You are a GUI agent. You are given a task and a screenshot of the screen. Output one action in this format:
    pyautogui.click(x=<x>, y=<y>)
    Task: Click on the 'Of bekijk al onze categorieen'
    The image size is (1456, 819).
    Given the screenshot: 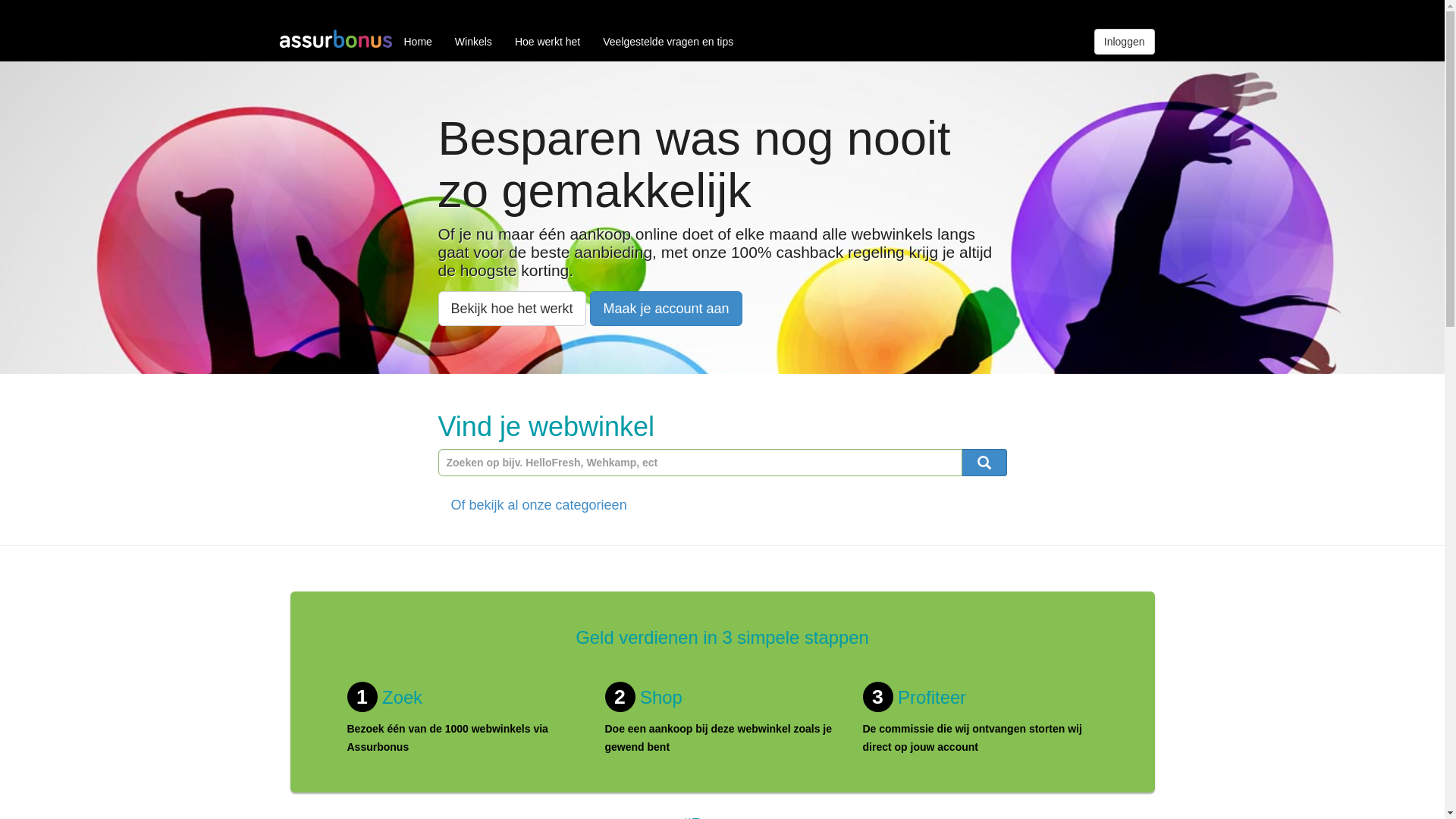 What is the action you would take?
    pyautogui.click(x=538, y=505)
    